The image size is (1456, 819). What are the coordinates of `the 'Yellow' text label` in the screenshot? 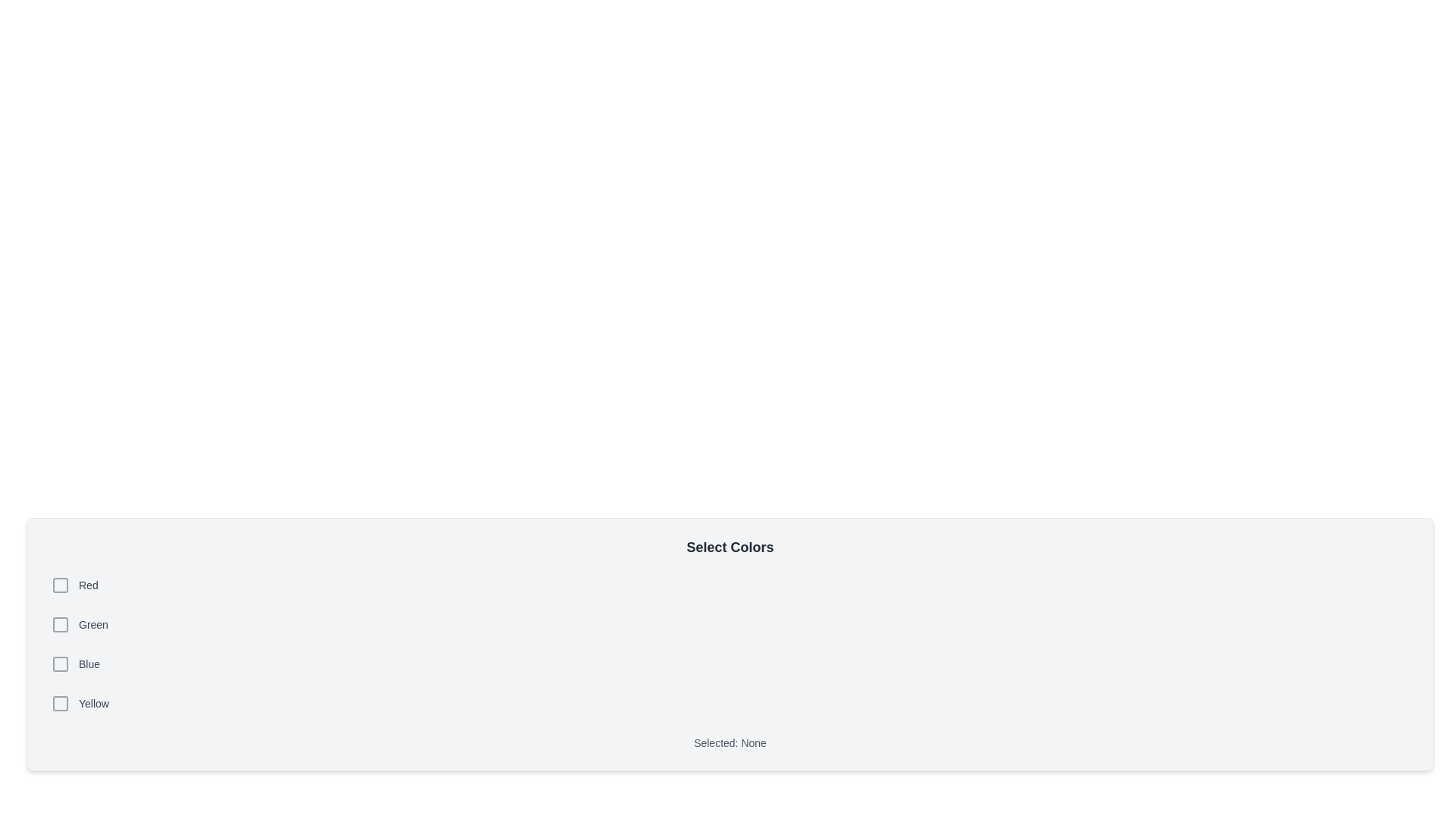 It's located at (93, 704).